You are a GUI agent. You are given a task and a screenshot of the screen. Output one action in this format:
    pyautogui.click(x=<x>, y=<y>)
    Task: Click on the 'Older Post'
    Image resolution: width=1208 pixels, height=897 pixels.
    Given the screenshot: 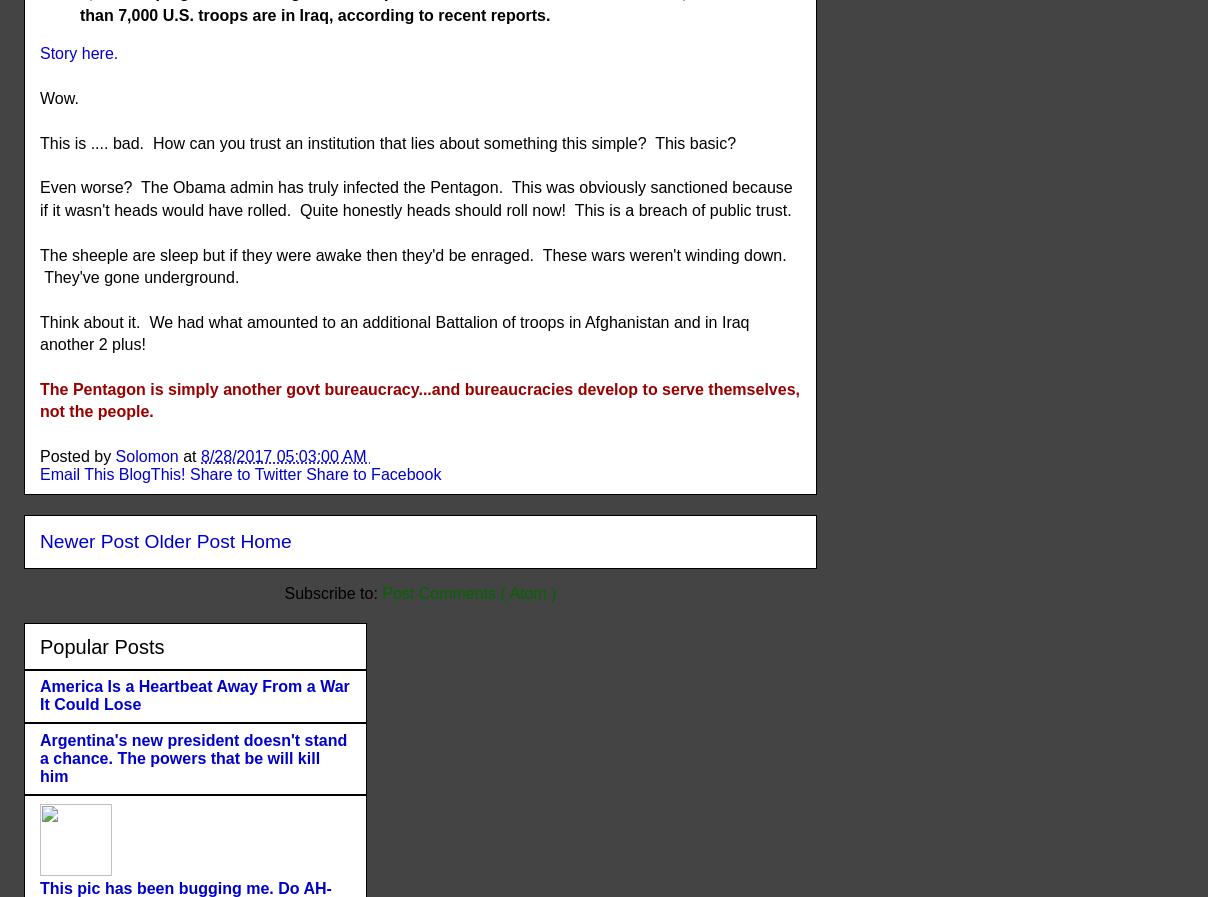 What is the action you would take?
    pyautogui.click(x=142, y=540)
    